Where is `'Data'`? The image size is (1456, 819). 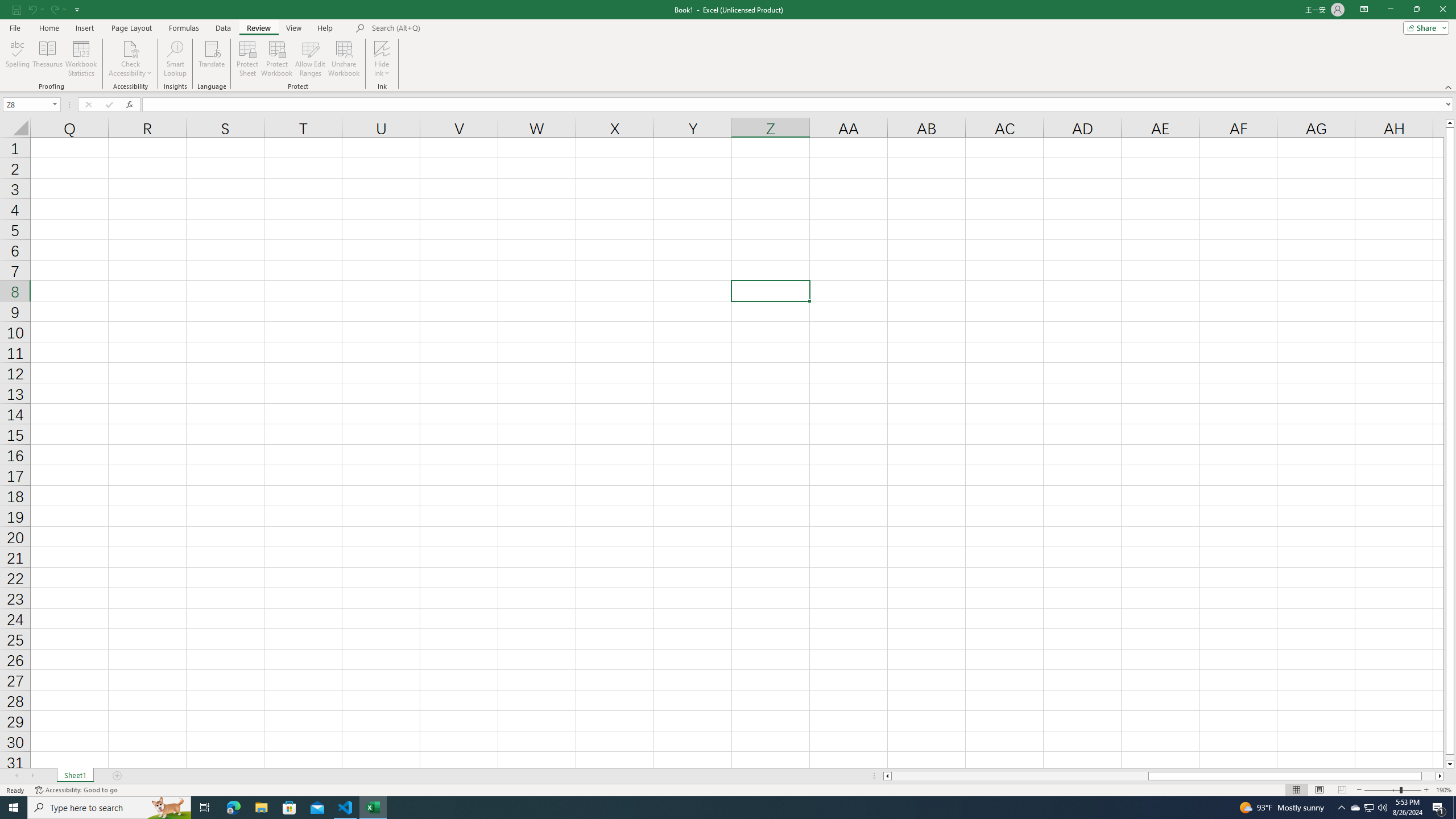
'Data' is located at coordinates (222, 28).